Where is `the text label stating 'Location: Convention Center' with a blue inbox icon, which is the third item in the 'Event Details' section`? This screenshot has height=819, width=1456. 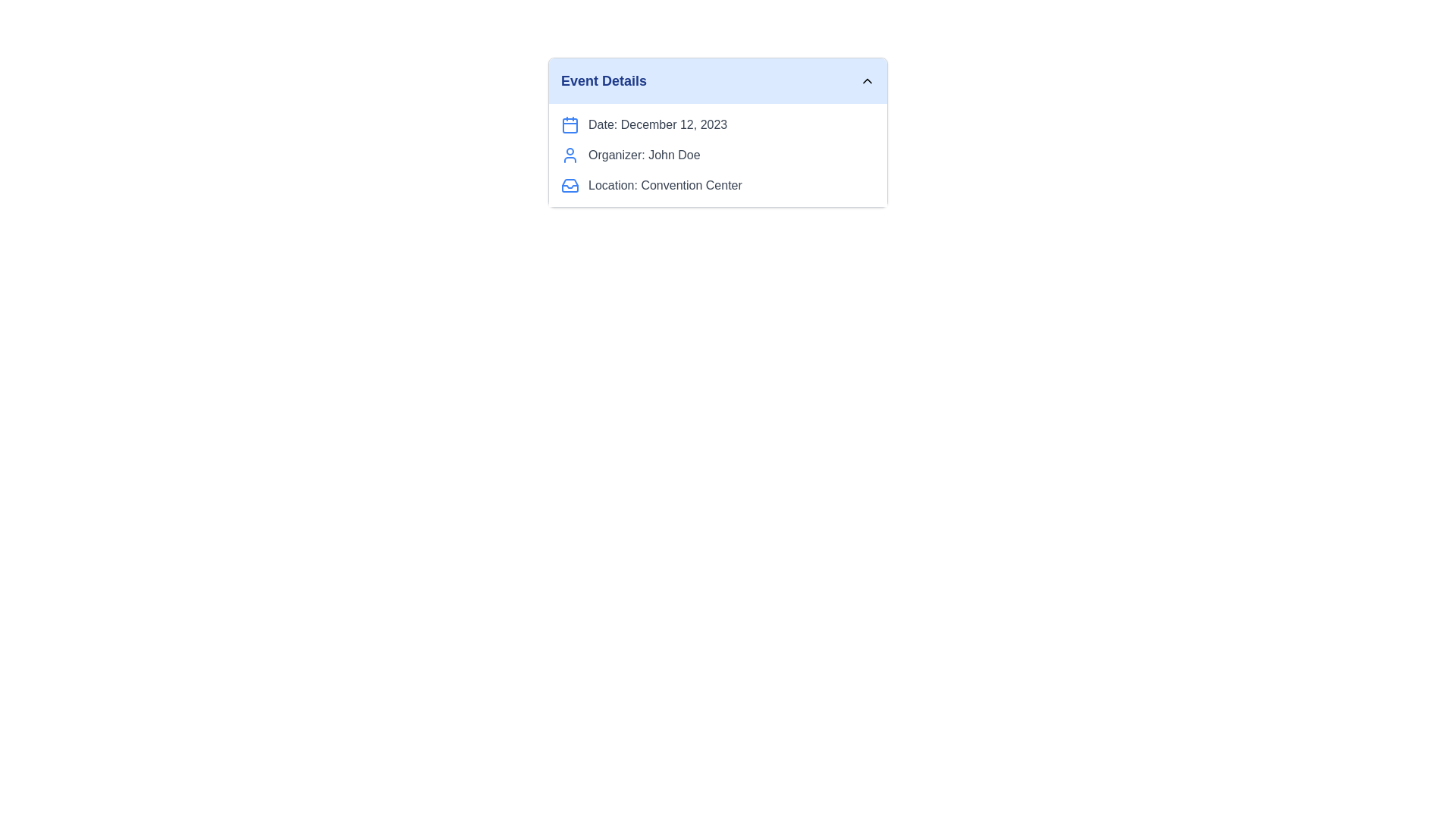 the text label stating 'Location: Convention Center' with a blue inbox icon, which is the third item in the 'Event Details' section is located at coordinates (717, 185).